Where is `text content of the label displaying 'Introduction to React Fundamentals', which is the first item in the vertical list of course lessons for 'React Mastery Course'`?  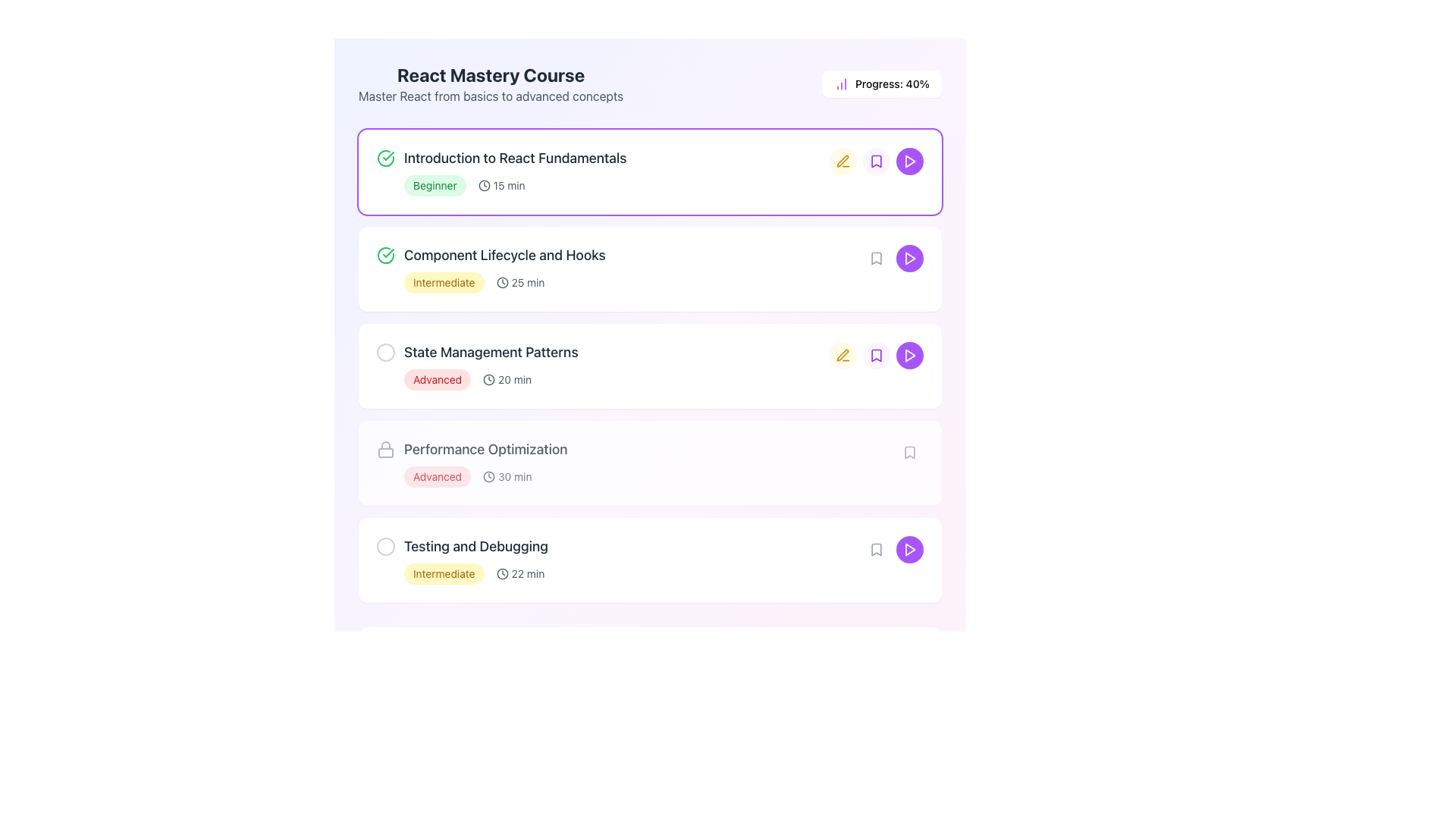 text content of the label displaying 'Introduction to React Fundamentals', which is the first item in the vertical list of course lessons for 'React Mastery Course' is located at coordinates (515, 158).